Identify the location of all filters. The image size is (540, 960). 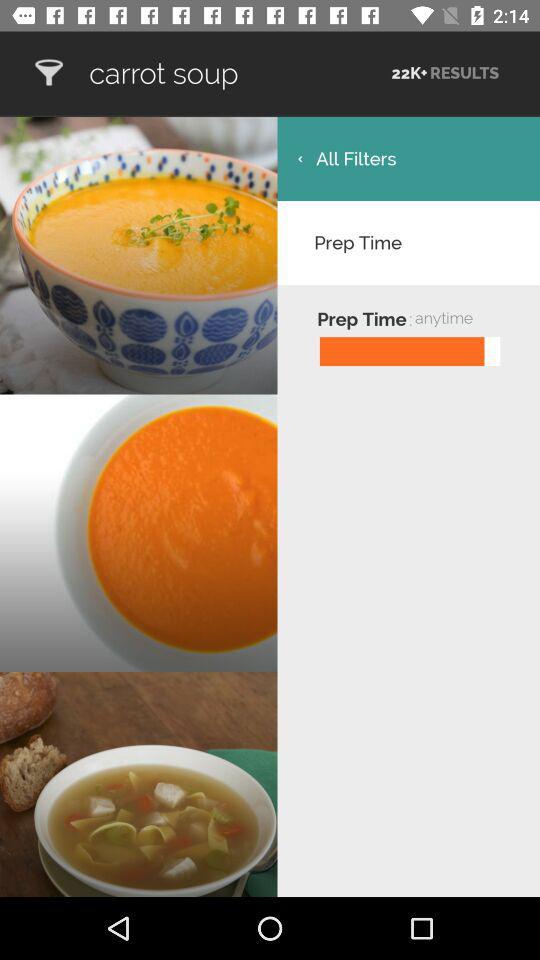
(407, 157).